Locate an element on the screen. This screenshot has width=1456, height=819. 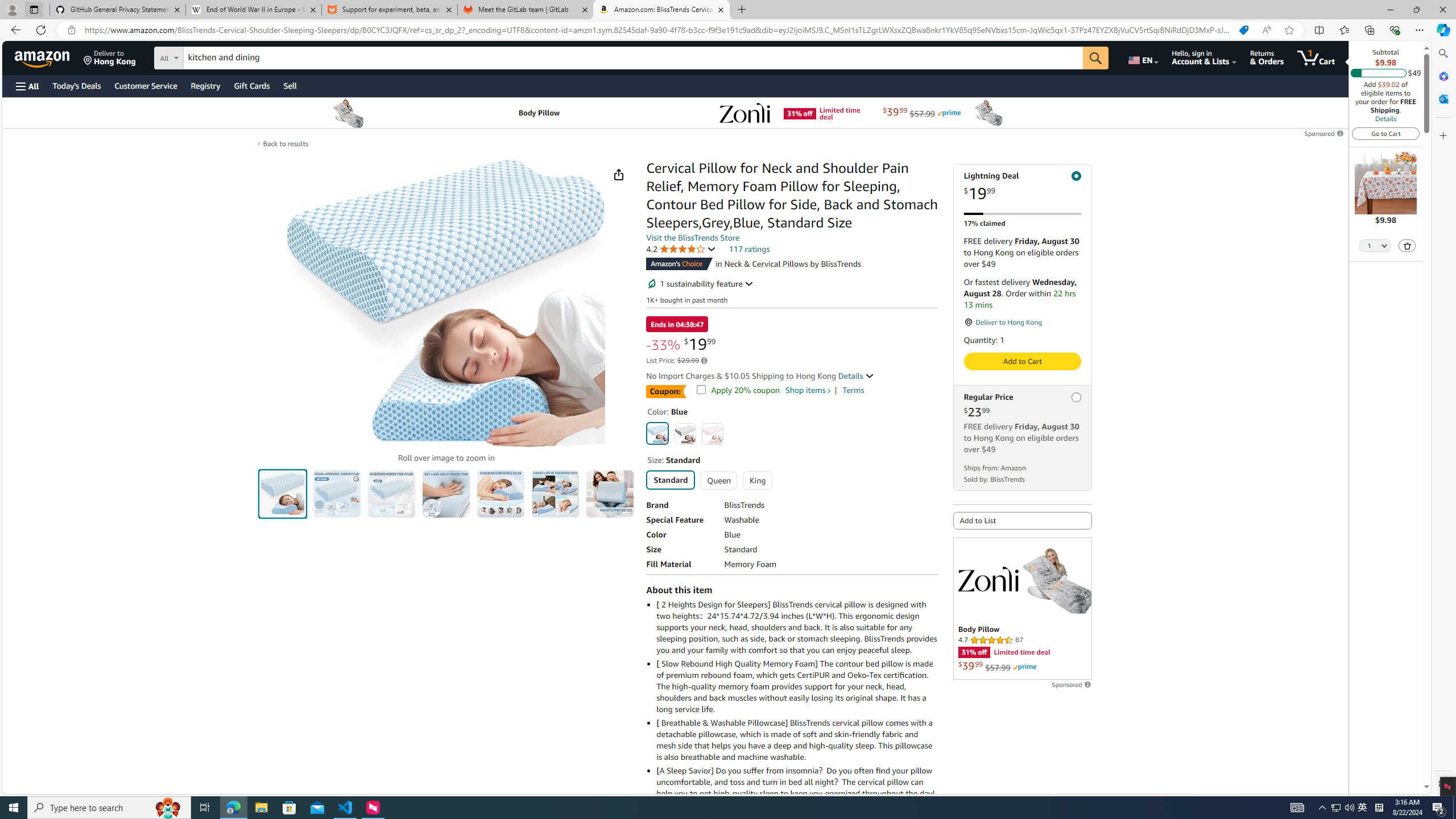
'Amazon' is located at coordinates (43, 57).